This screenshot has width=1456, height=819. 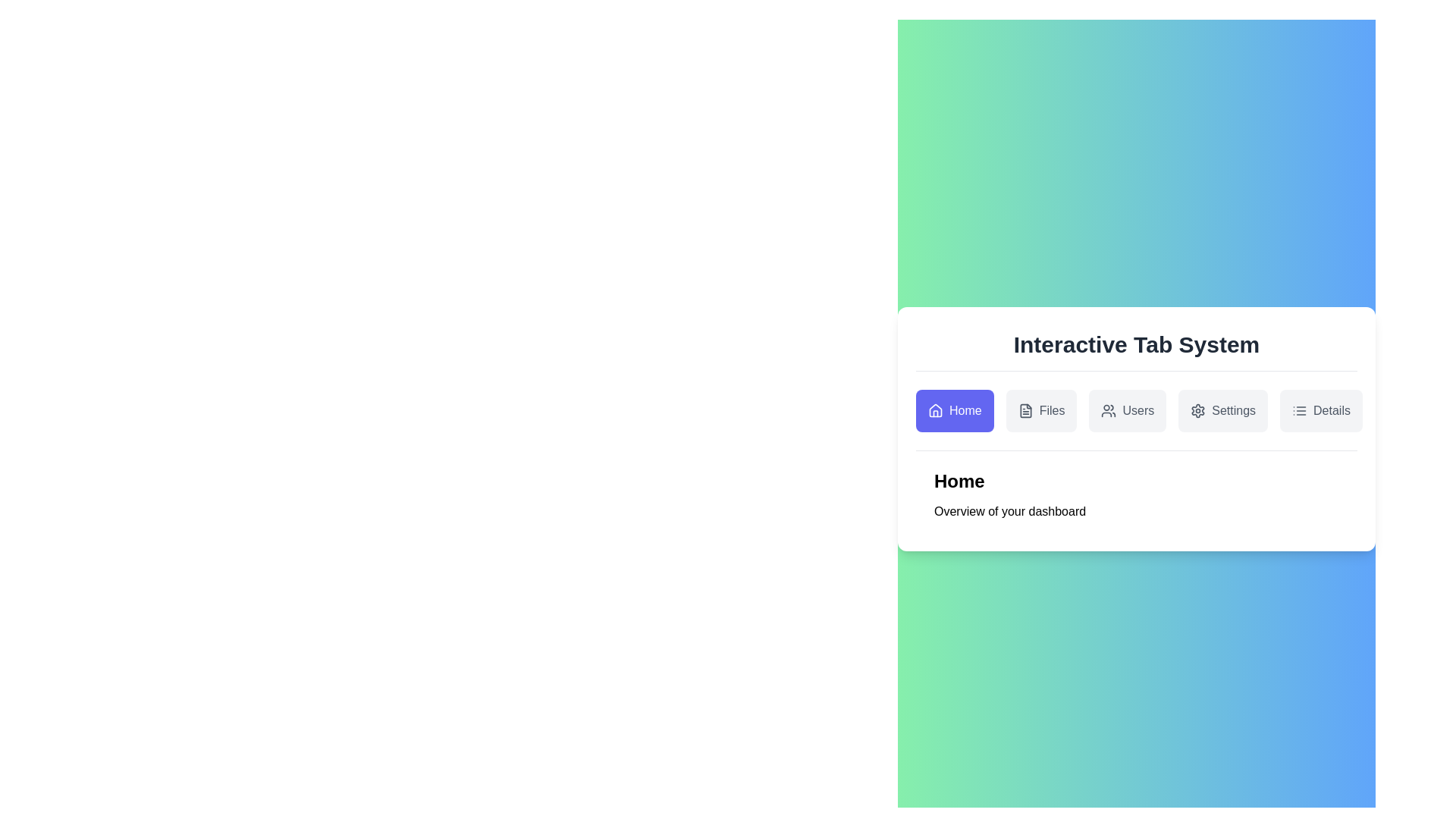 What do you see at coordinates (959, 482) in the screenshot?
I see `the header Text label located at the top-left area of the details pane within the dashboard, which indicates the current section or context` at bounding box center [959, 482].